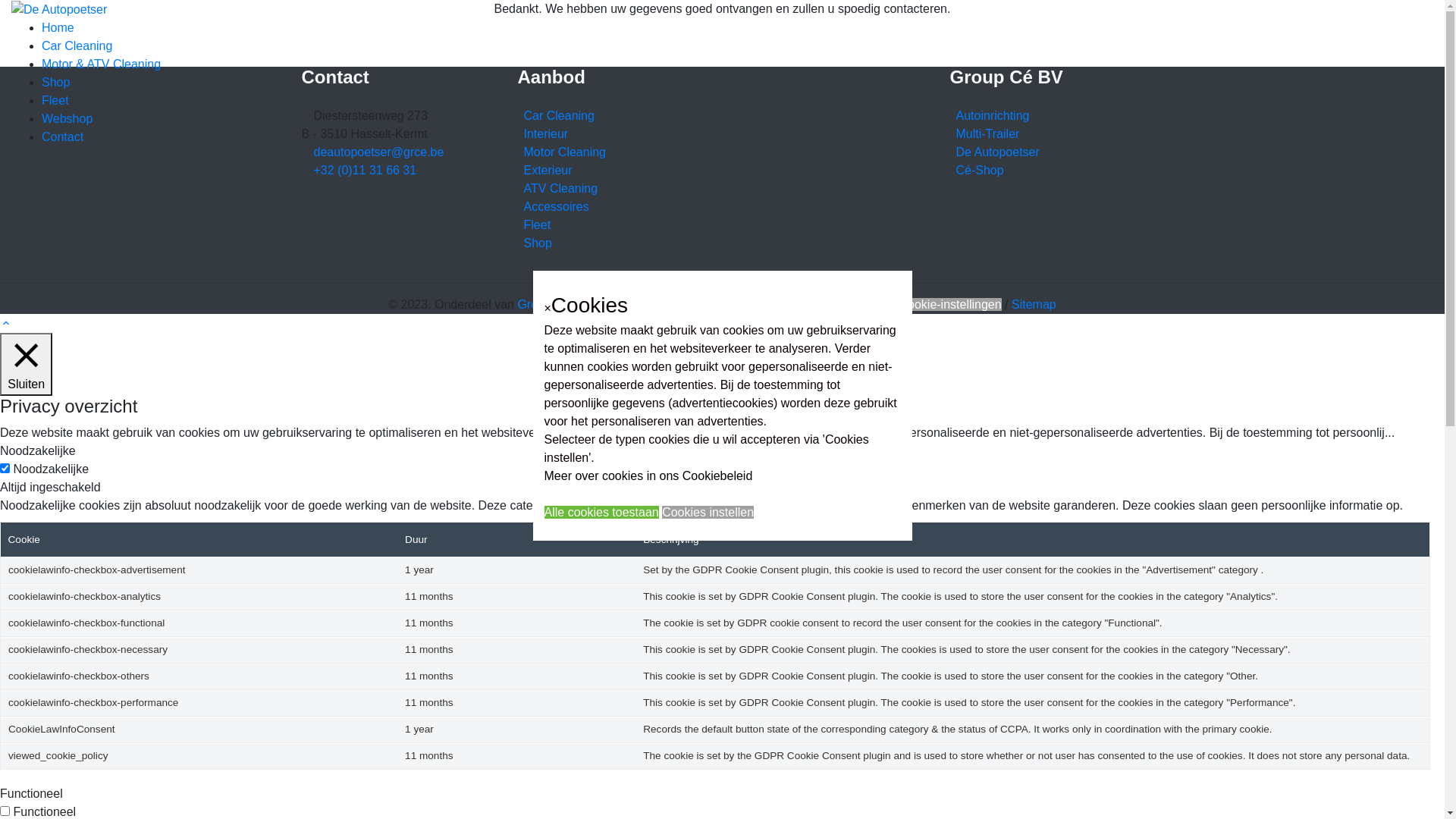  What do you see at coordinates (516, 170) in the screenshot?
I see `'Exterieur'` at bounding box center [516, 170].